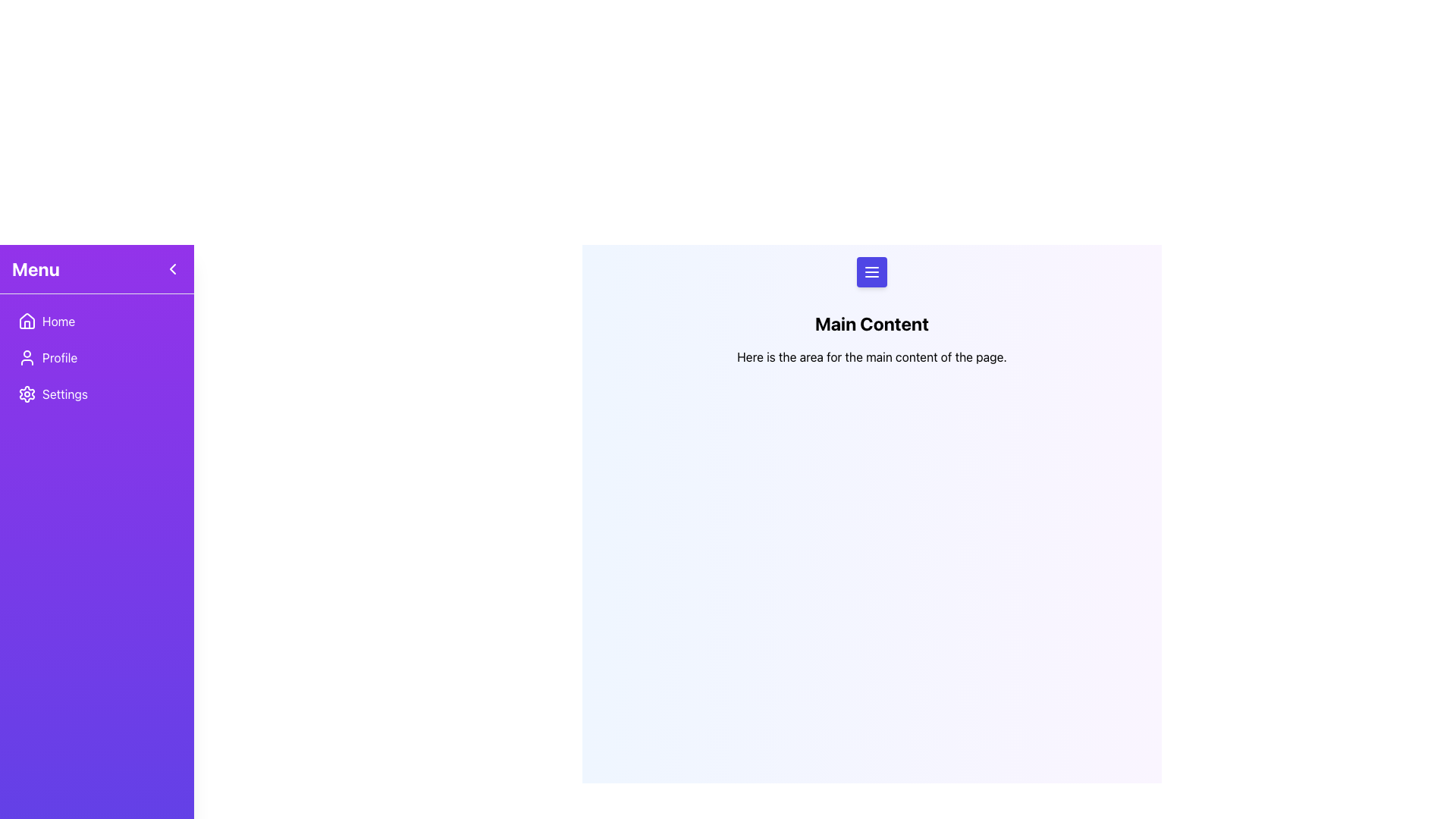 Image resolution: width=1456 pixels, height=819 pixels. I want to click on the 'Settings' menu item in the sidebar, so click(96, 394).